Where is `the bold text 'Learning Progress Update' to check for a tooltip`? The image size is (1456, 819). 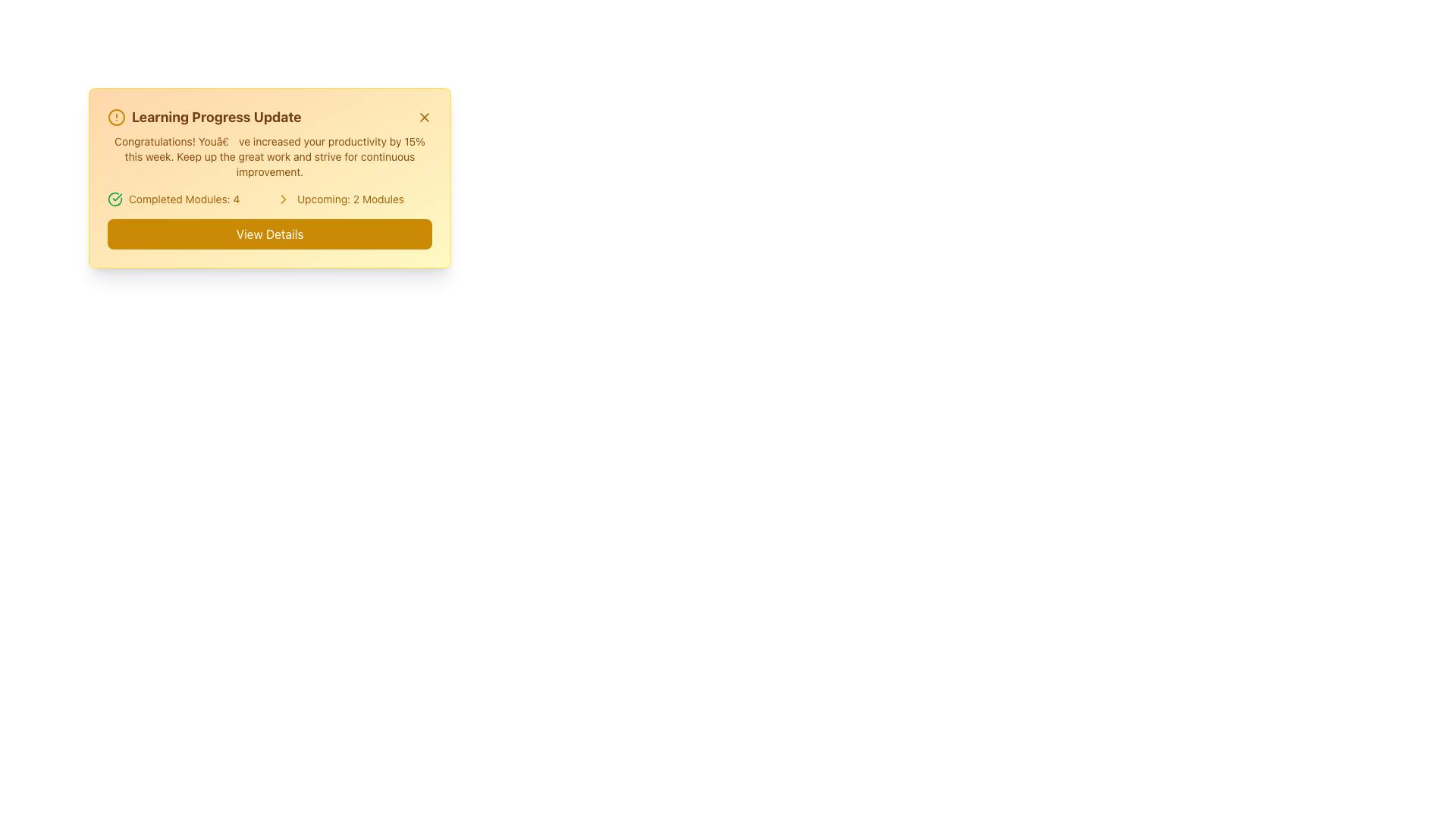 the bold text 'Learning Progress Update' to check for a tooltip is located at coordinates (203, 116).